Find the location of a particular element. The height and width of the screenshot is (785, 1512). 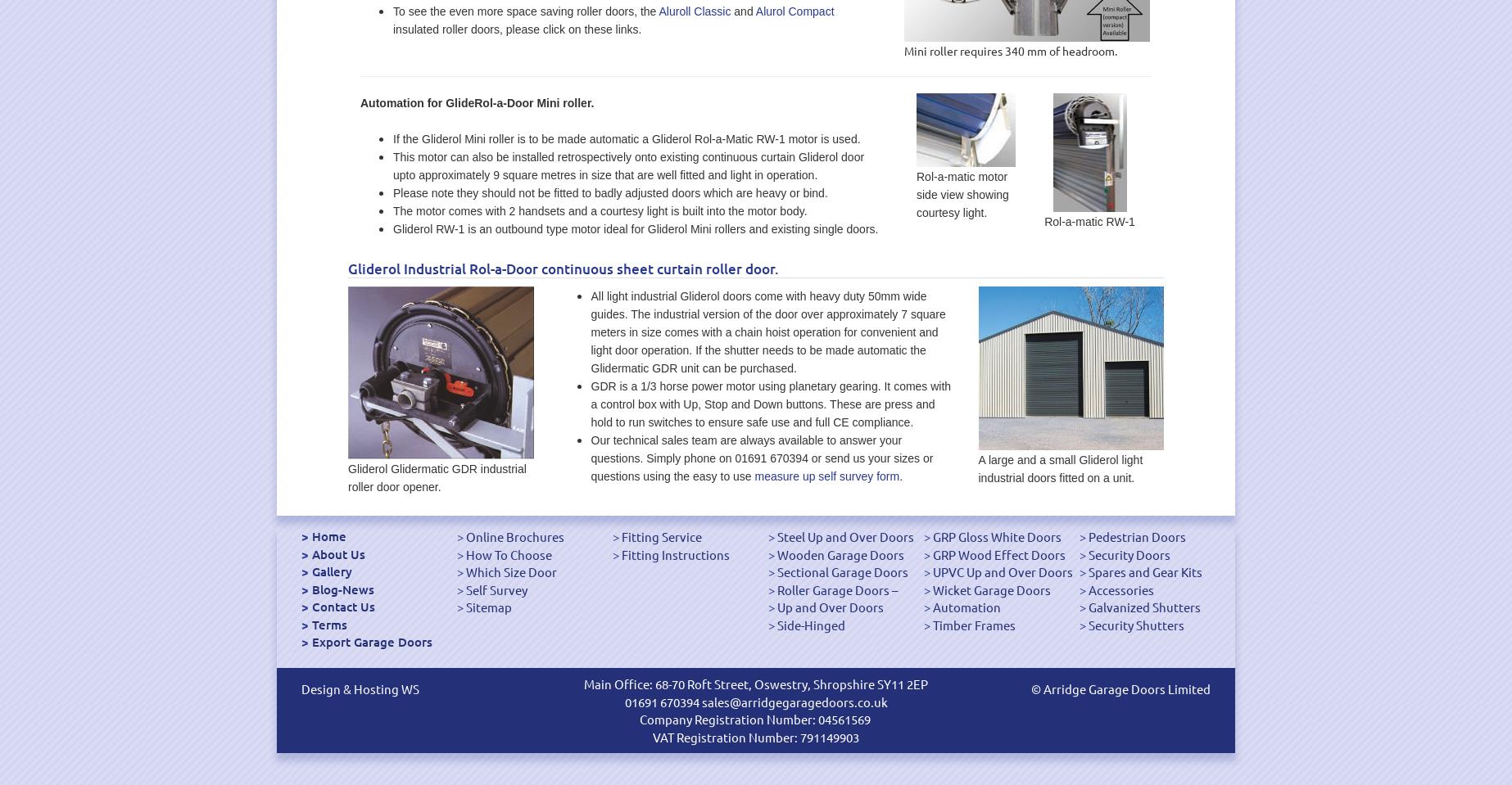

'Accessories' is located at coordinates (1120, 588).